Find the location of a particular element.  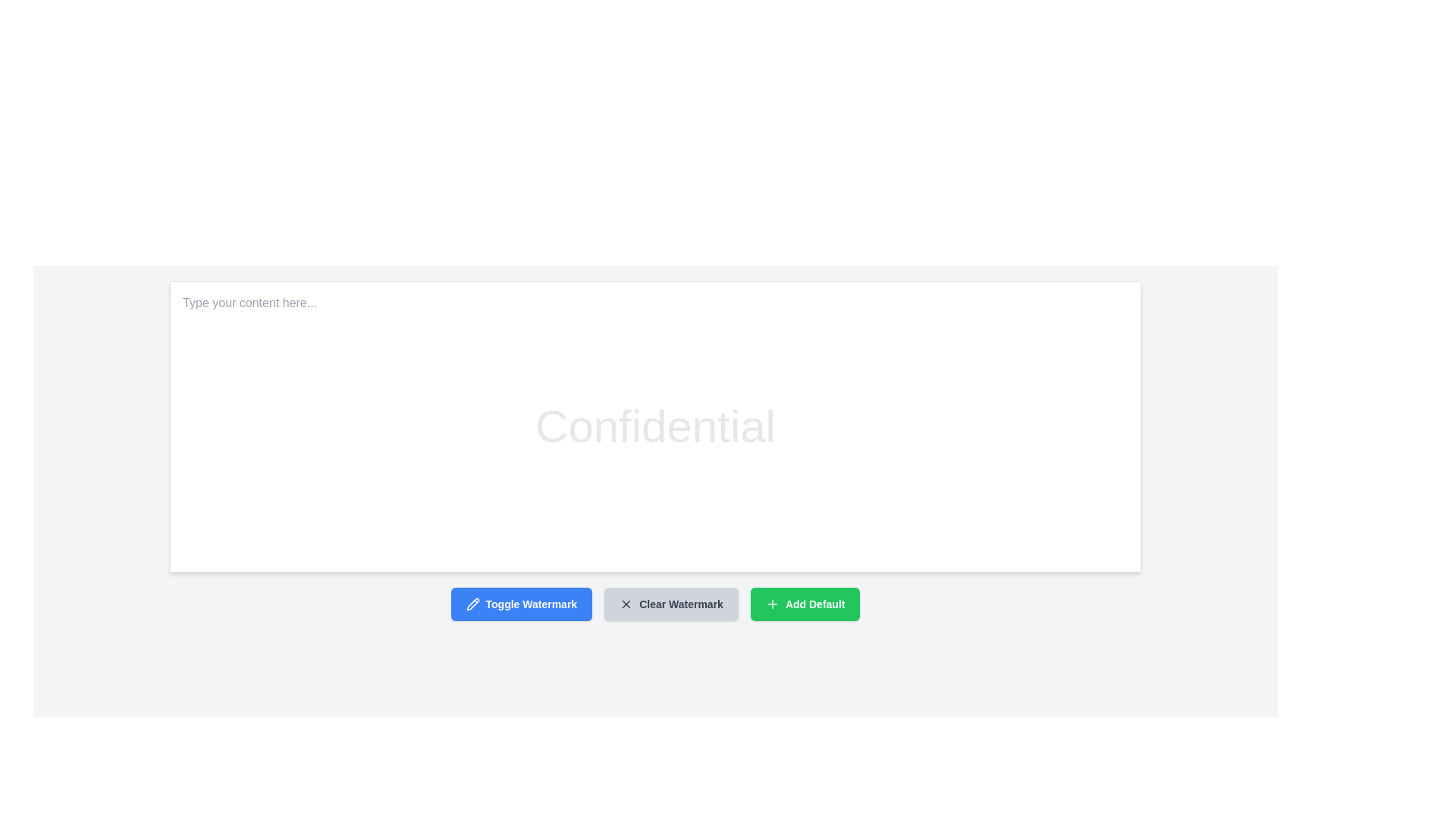

the decorative icon indicating the 'Toggle Watermark' button, which is located at the bottom-left corner of the content section is located at coordinates (472, 604).